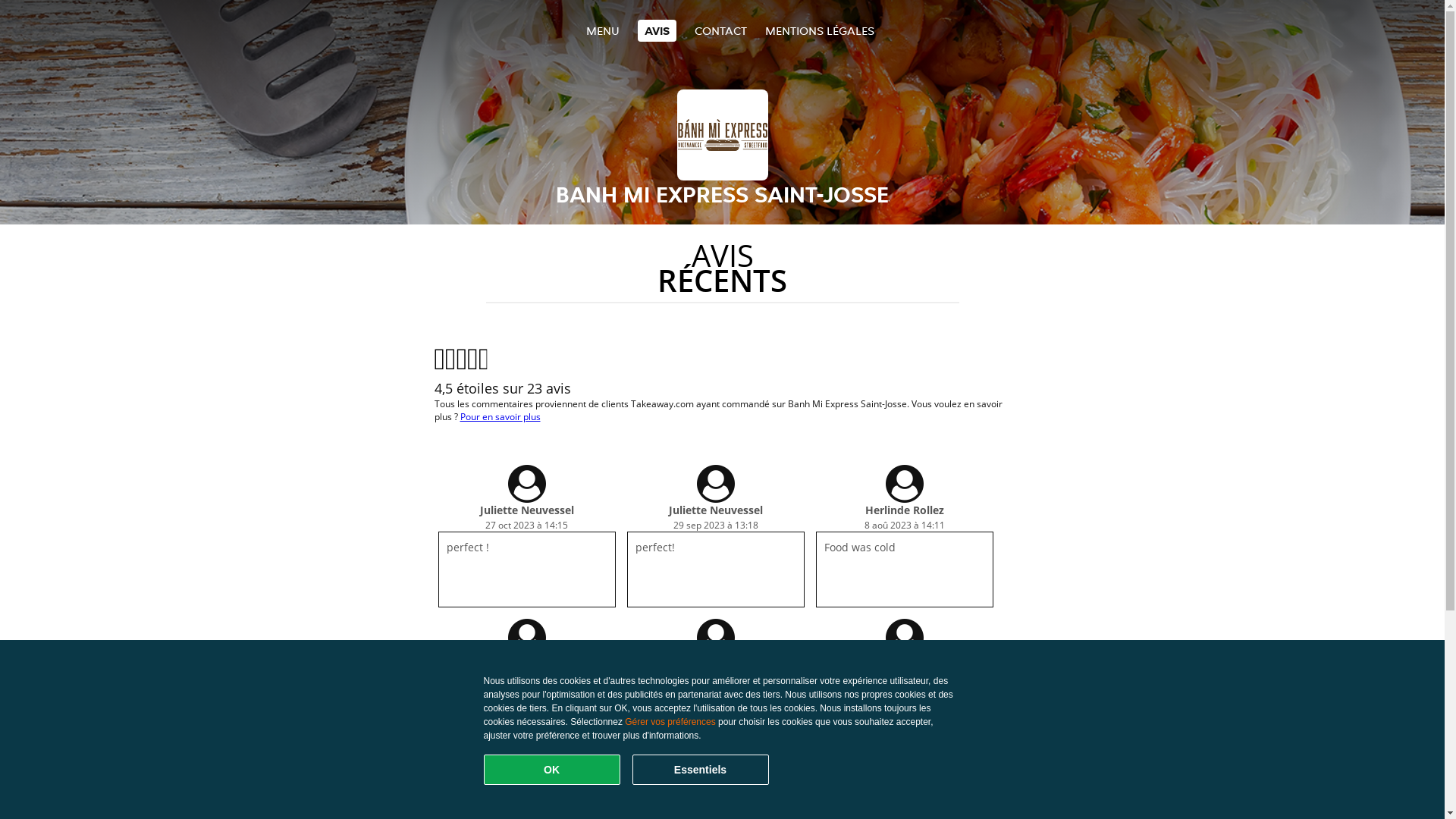  What do you see at coordinates (551, 769) in the screenshot?
I see `'OK'` at bounding box center [551, 769].